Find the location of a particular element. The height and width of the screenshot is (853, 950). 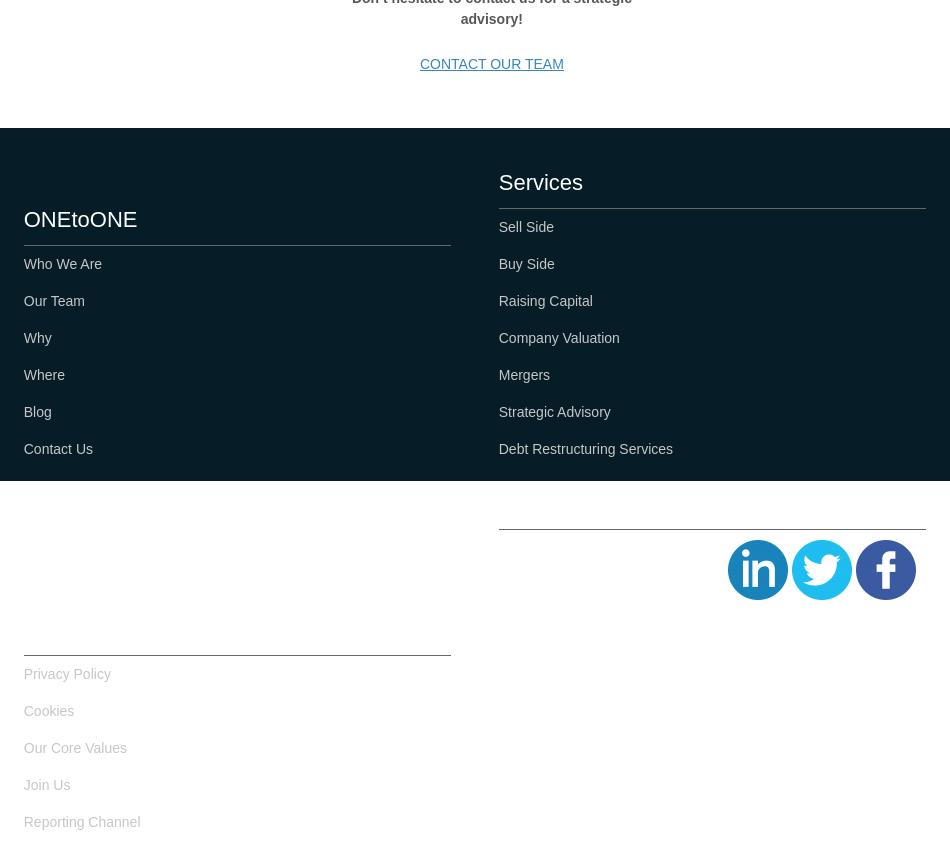

'Reporting Channel' is located at coordinates (81, 822).